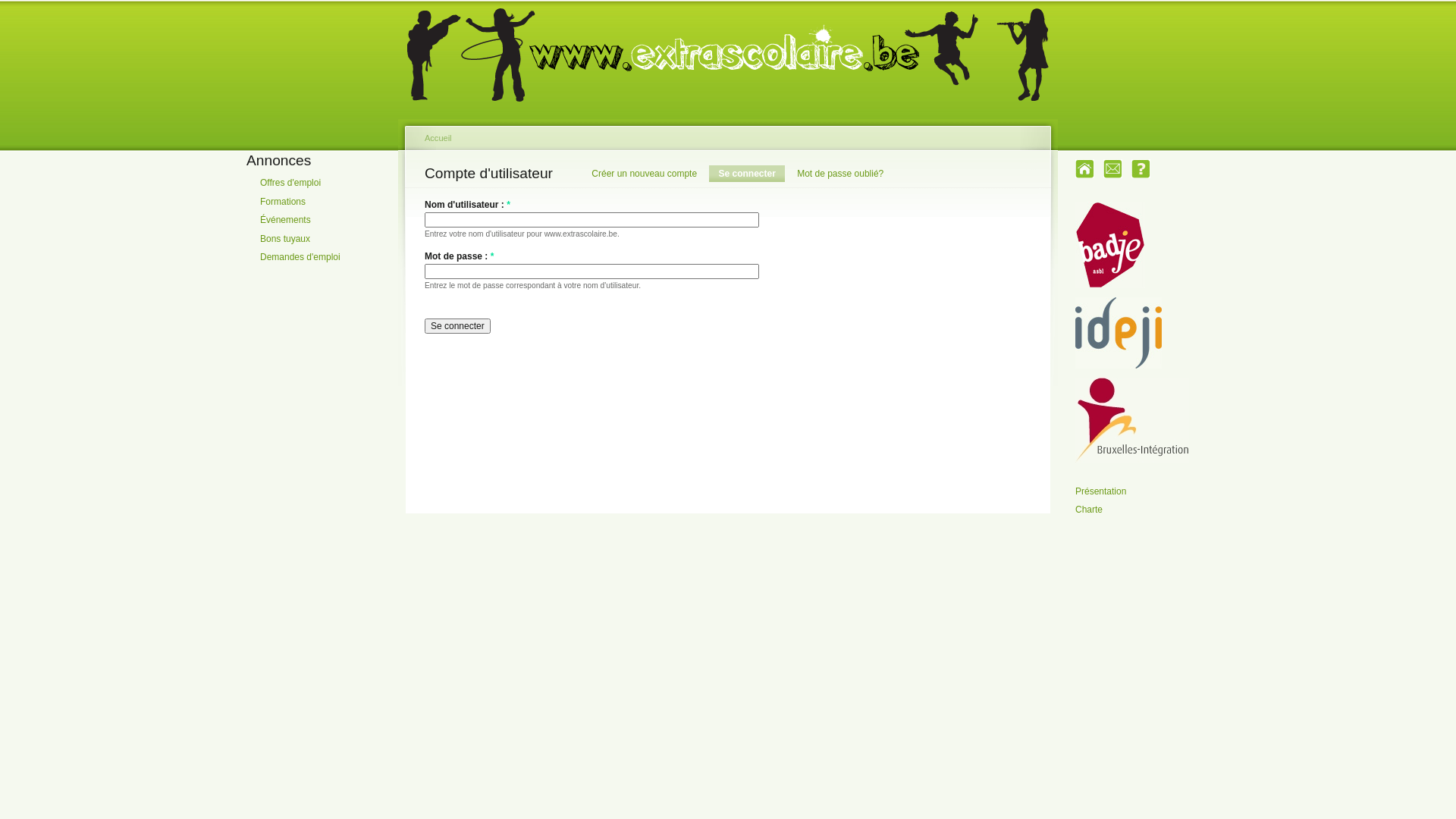  Describe the element at coordinates (1142, 509) in the screenshot. I see `'Charte'` at that location.